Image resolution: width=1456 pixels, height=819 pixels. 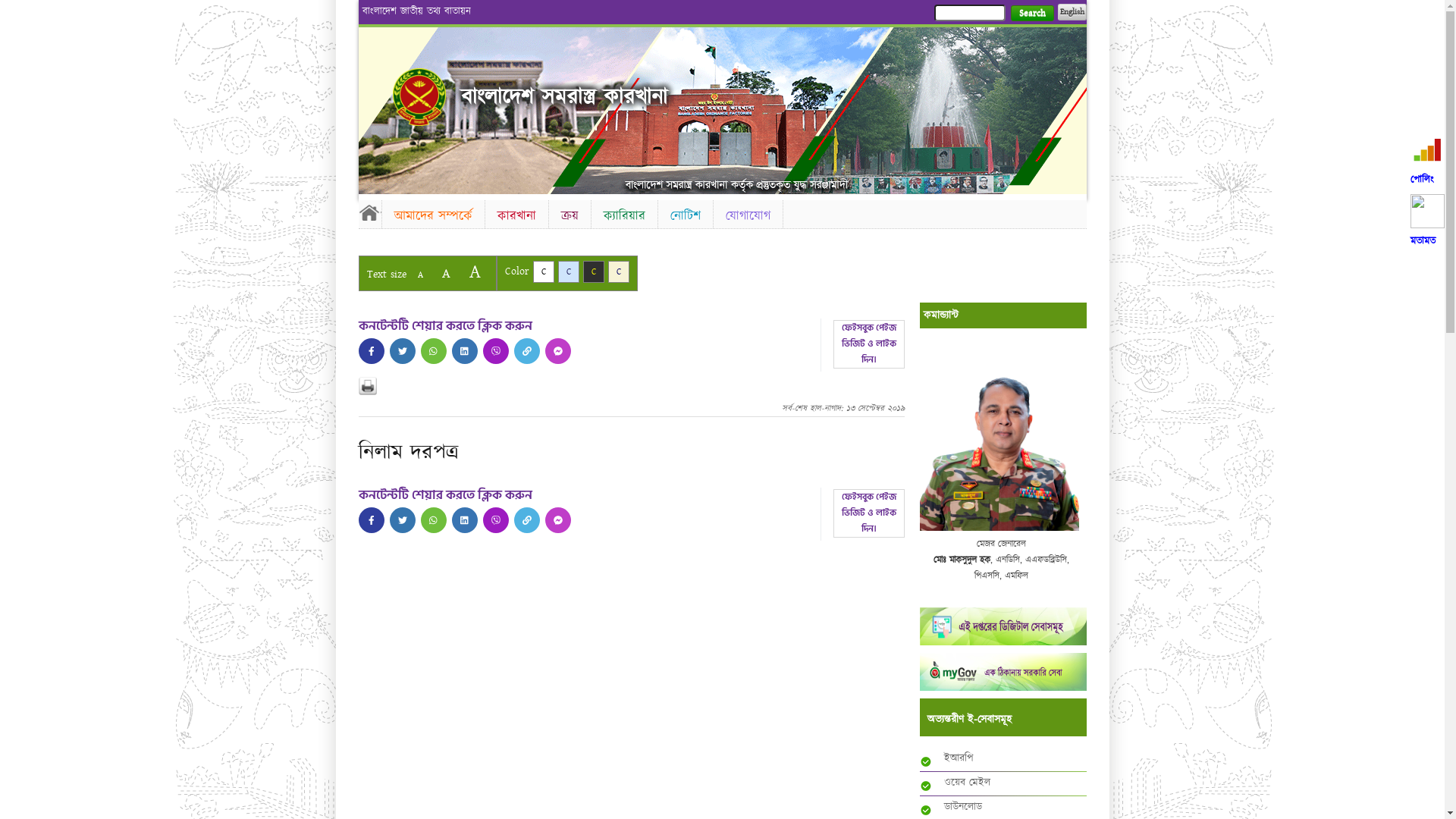 What do you see at coordinates (1070, 11) in the screenshot?
I see `'English'` at bounding box center [1070, 11].